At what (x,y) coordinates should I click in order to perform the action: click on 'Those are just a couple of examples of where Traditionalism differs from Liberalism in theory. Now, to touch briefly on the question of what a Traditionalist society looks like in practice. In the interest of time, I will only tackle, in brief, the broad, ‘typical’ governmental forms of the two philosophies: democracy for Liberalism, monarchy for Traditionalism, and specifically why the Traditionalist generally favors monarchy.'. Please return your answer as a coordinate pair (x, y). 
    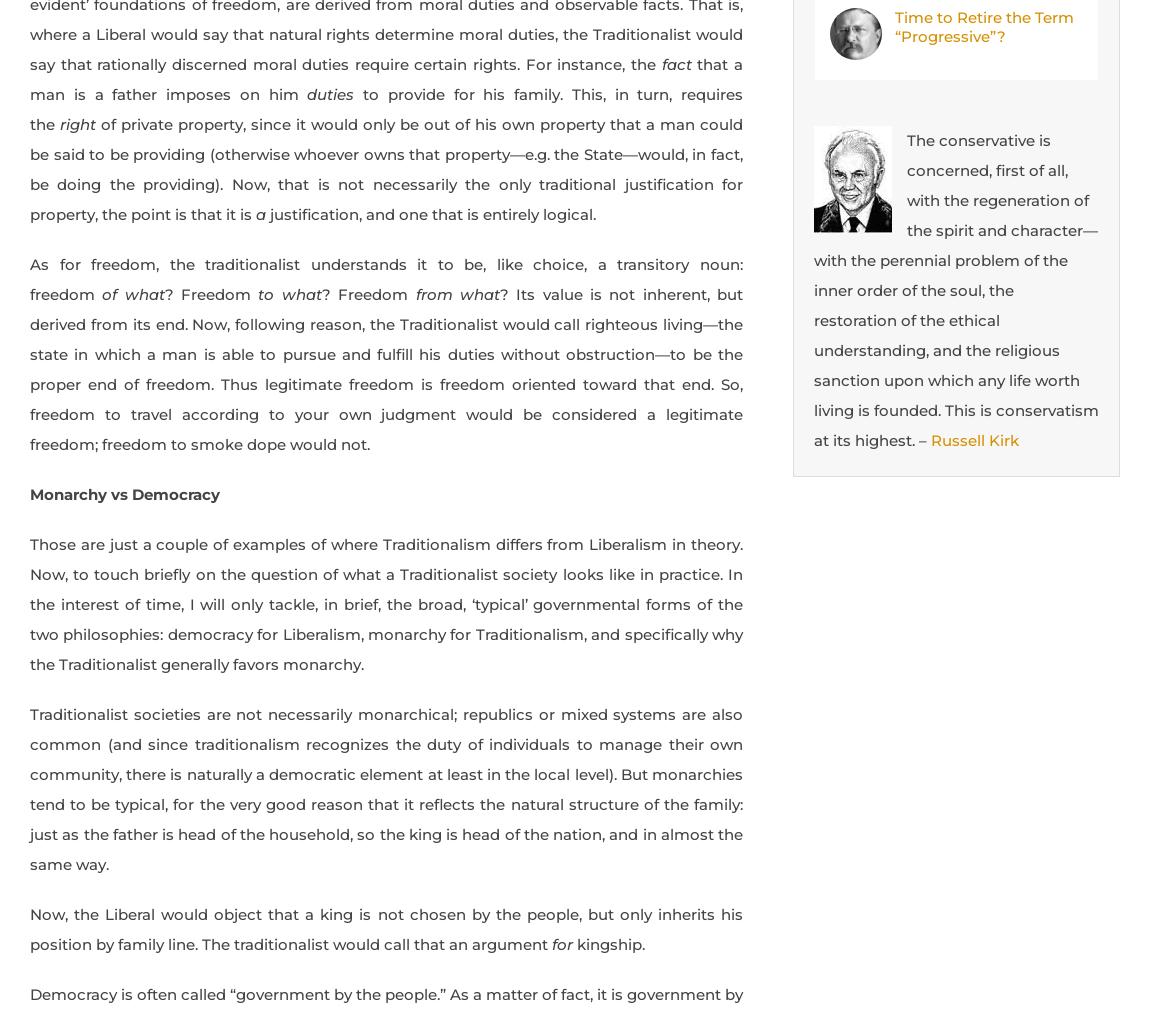
    Looking at the image, I should click on (386, 603).